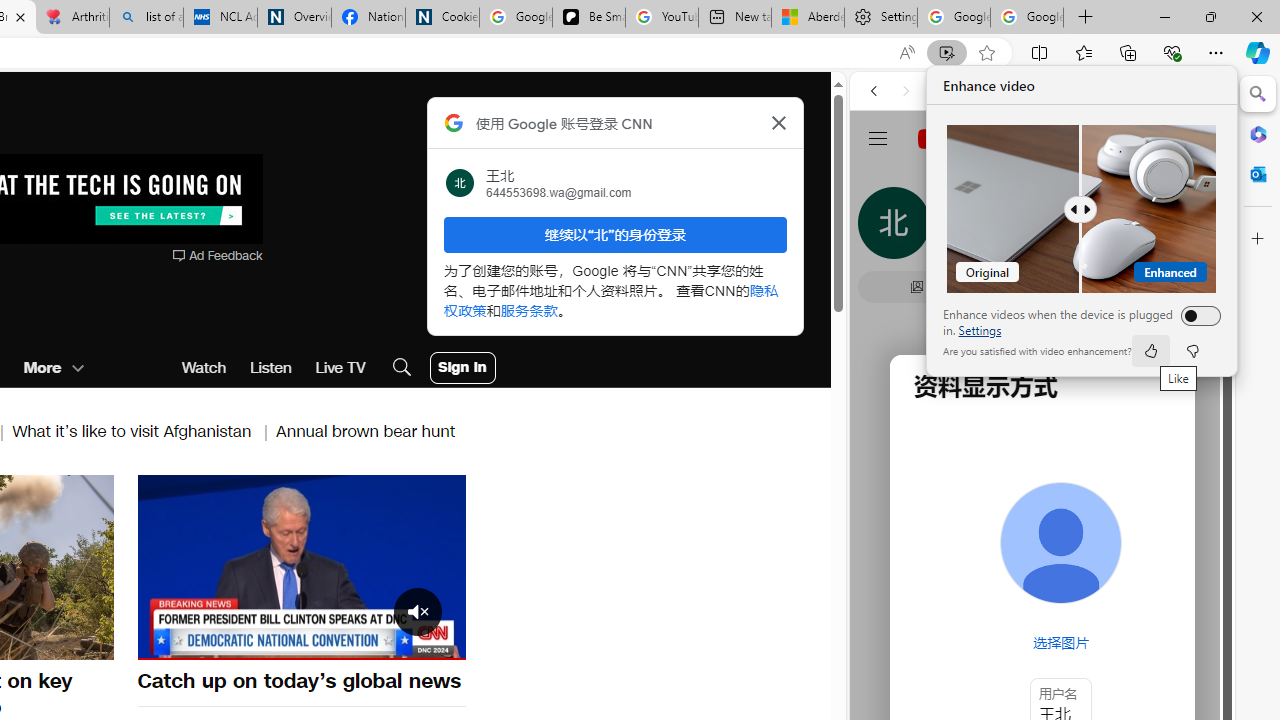 The image size is (1280, 720). I want to click on 'like', so click(1150, 350).